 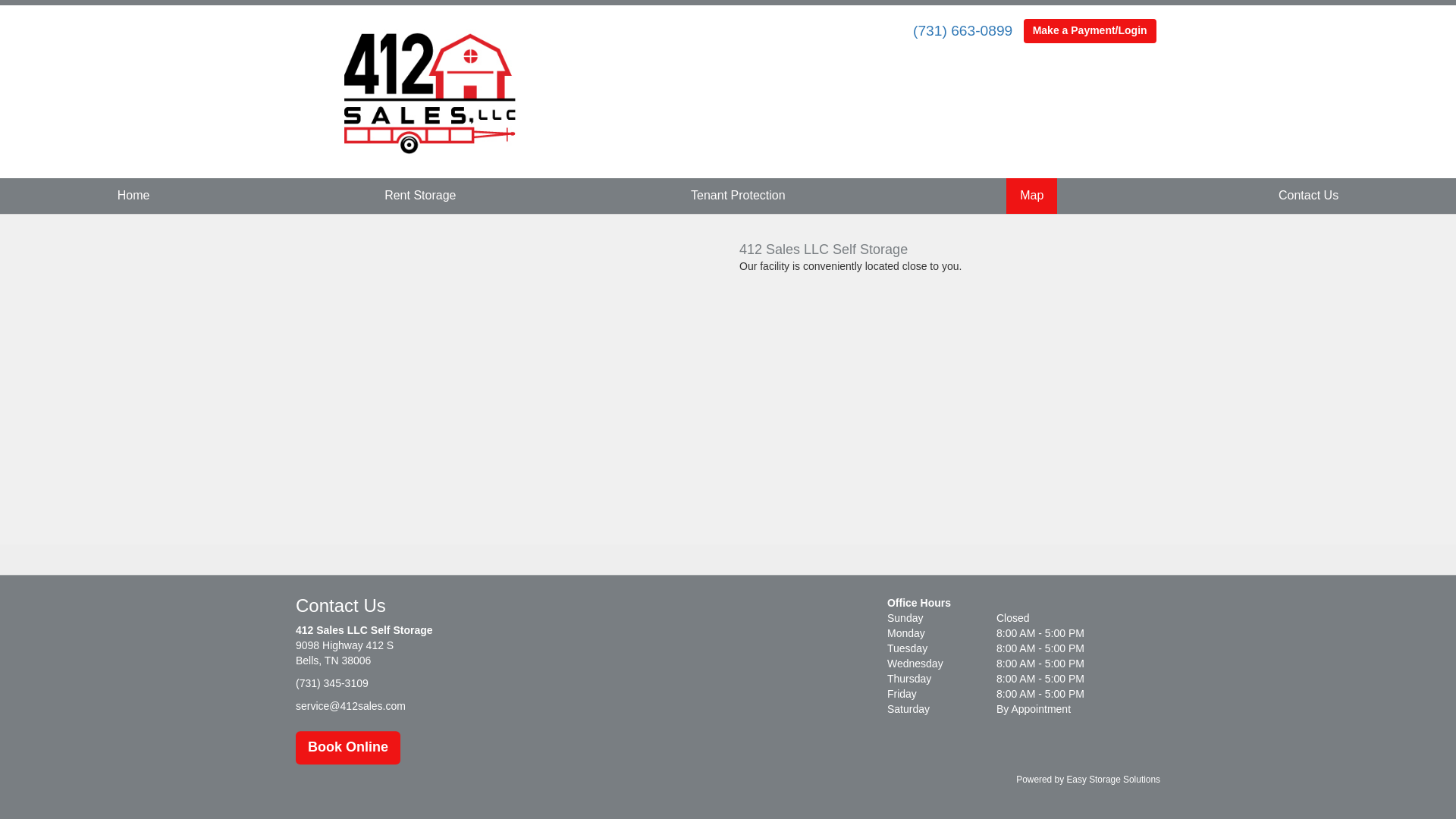 I want to click on 'Tenant Protection', so click(x=738, y=195).